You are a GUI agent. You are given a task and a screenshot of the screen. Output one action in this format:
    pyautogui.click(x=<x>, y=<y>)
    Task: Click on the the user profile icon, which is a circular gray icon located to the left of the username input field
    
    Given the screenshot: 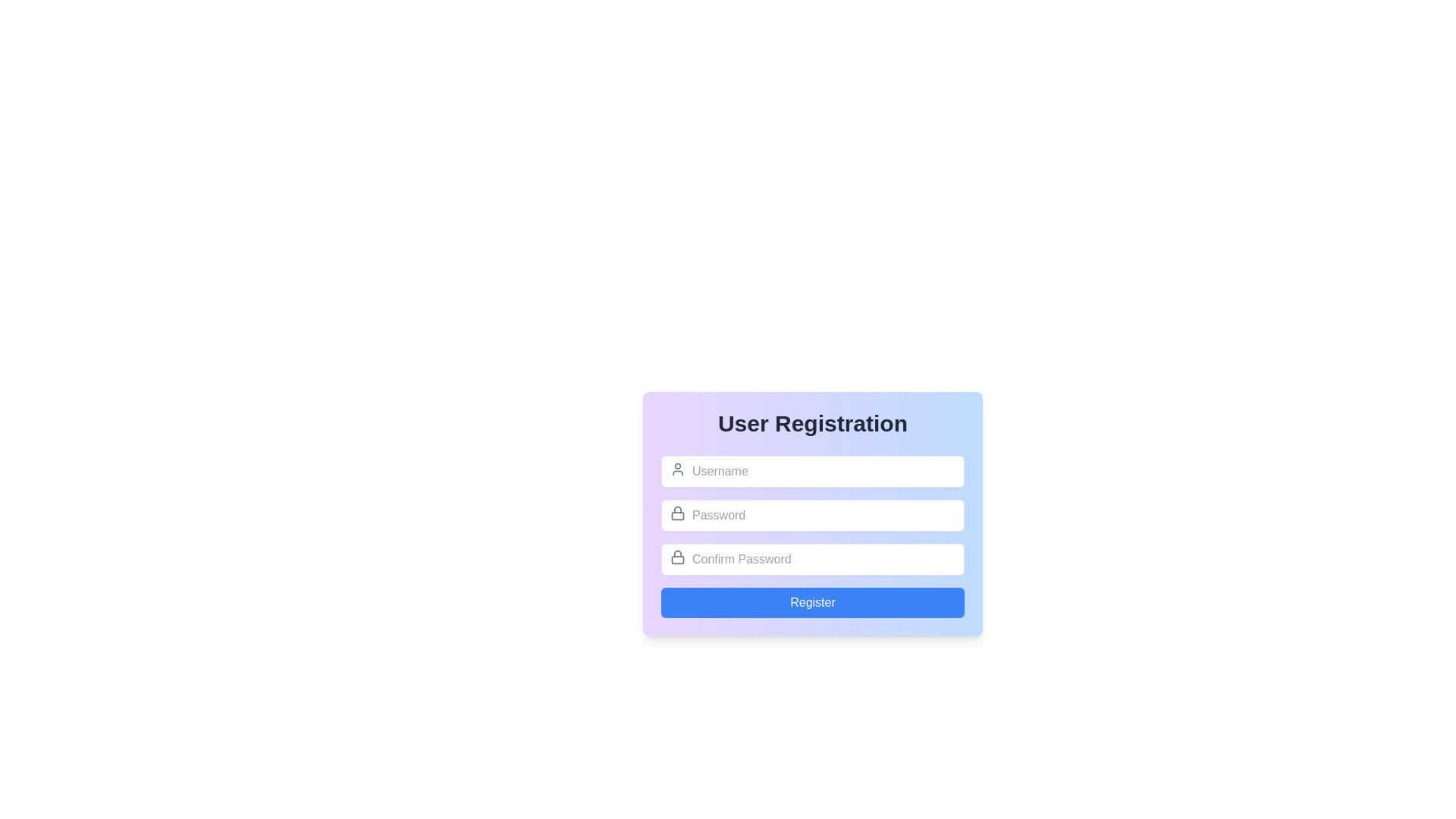 What is the action you would take?
    pyautogui.click(x=676, y=468)
    